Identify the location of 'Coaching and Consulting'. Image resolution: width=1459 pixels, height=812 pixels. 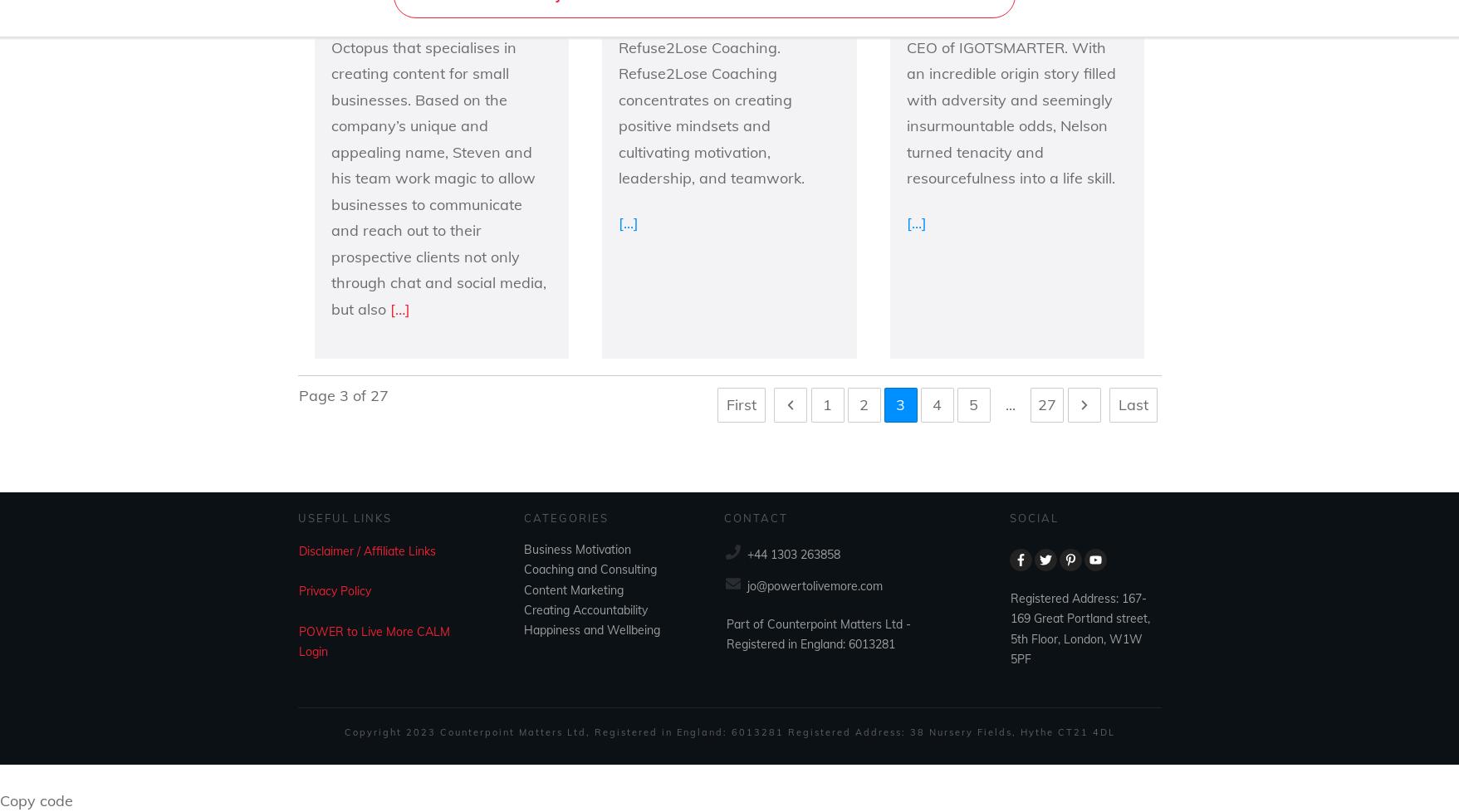
(590, 569).